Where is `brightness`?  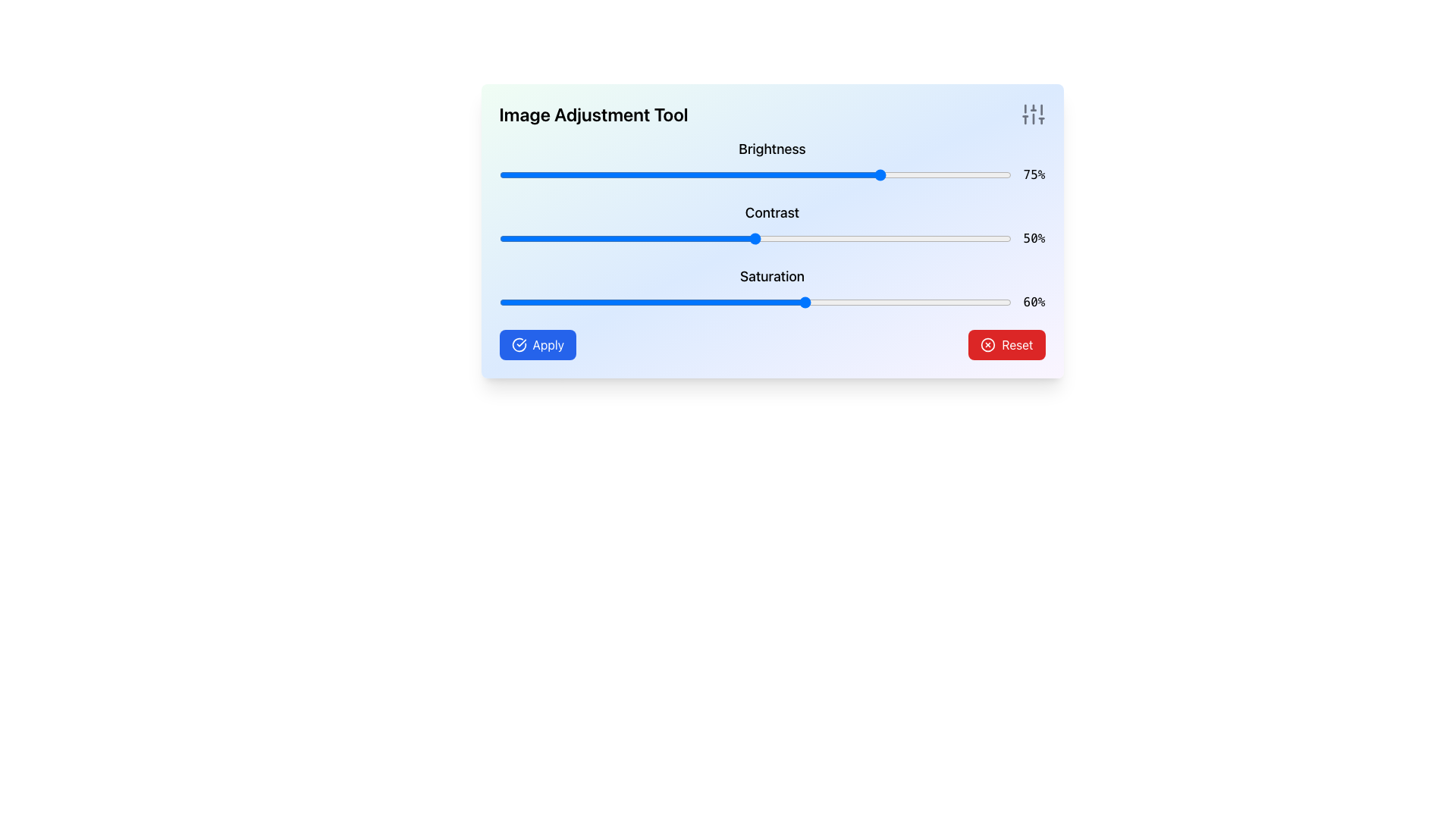 brightness is located at coordinates (504, 174).